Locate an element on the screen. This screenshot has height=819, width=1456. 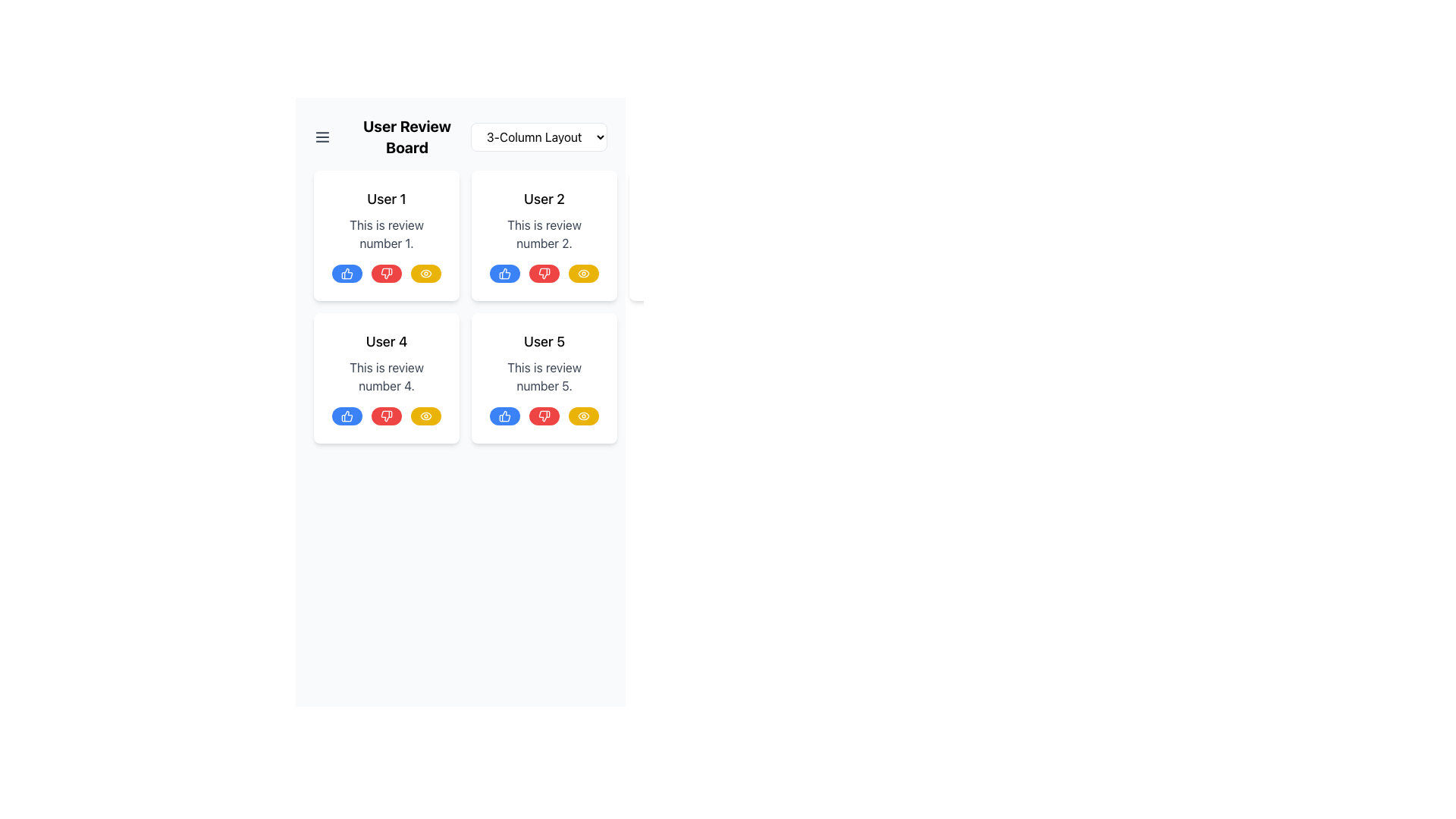
the dropdown menu located in the top-right section of the user review interface is located at coordinates (538, 137).